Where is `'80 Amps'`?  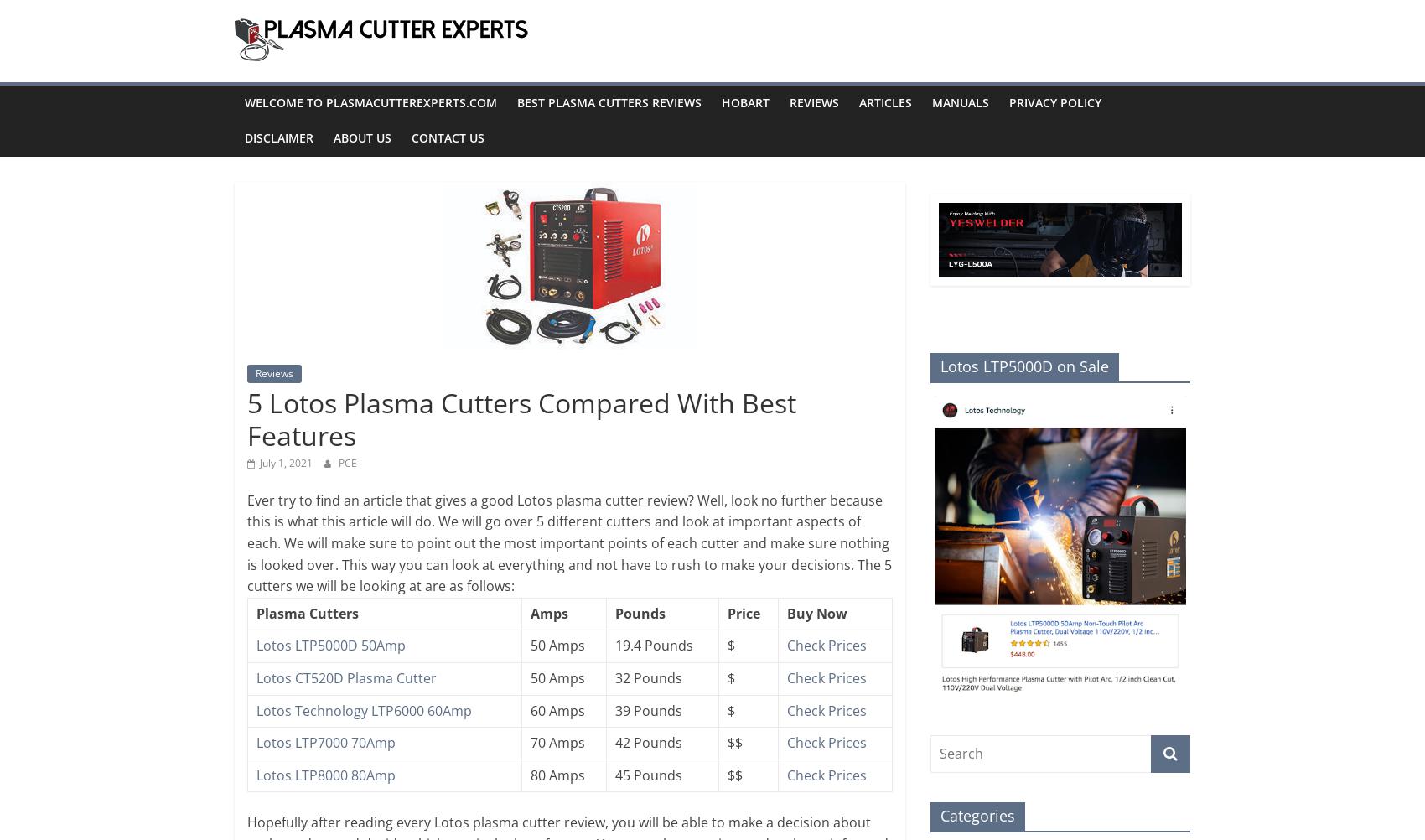
'80 Amps' is located at coordinates (529, 774).